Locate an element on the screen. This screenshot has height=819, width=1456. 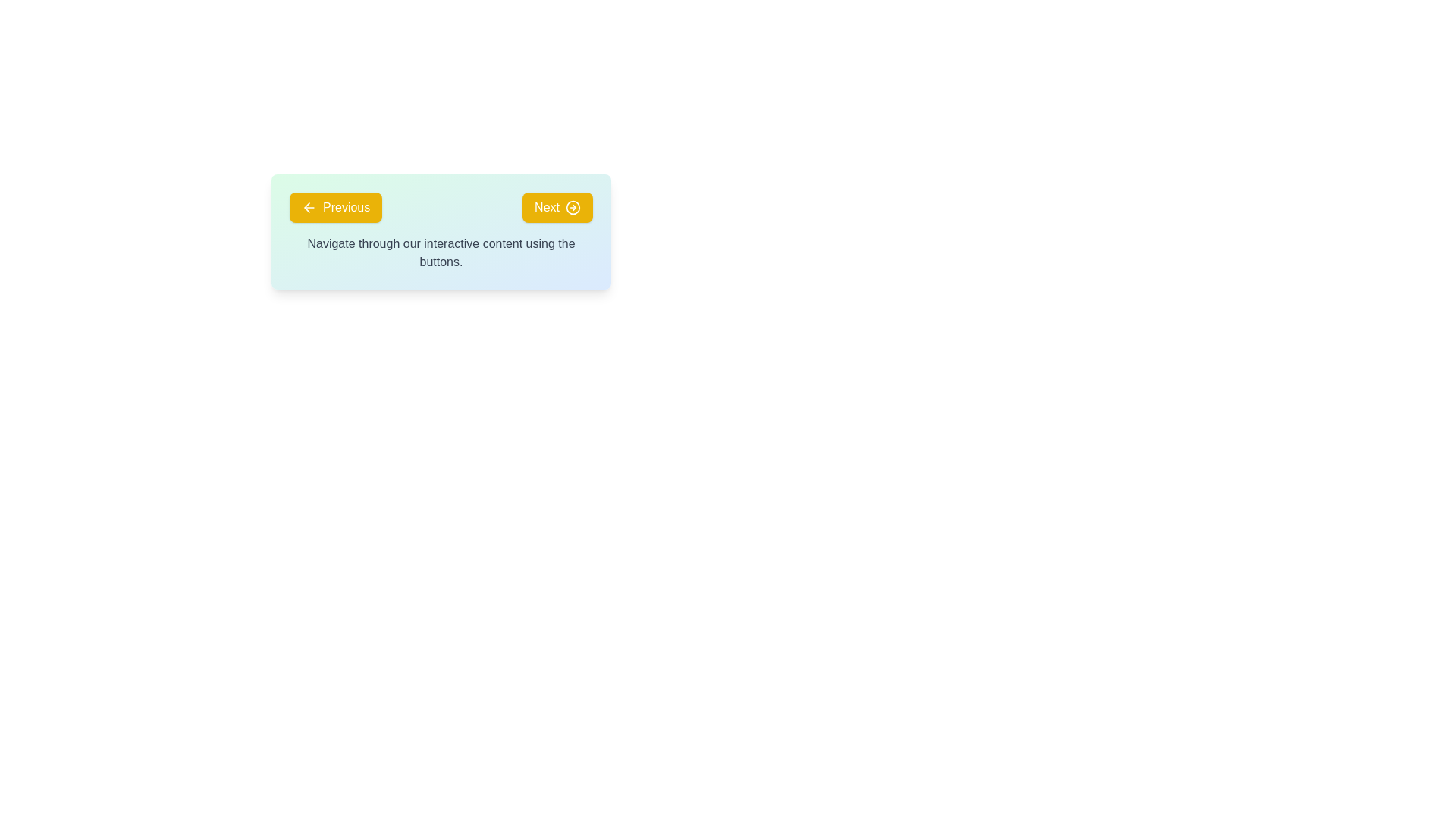
the leftward-pointing chevron arrow icon within the 'Previous' button, which is styled in minimalistic line-art and blends with the yellow background is located at coordinates (309, 207).